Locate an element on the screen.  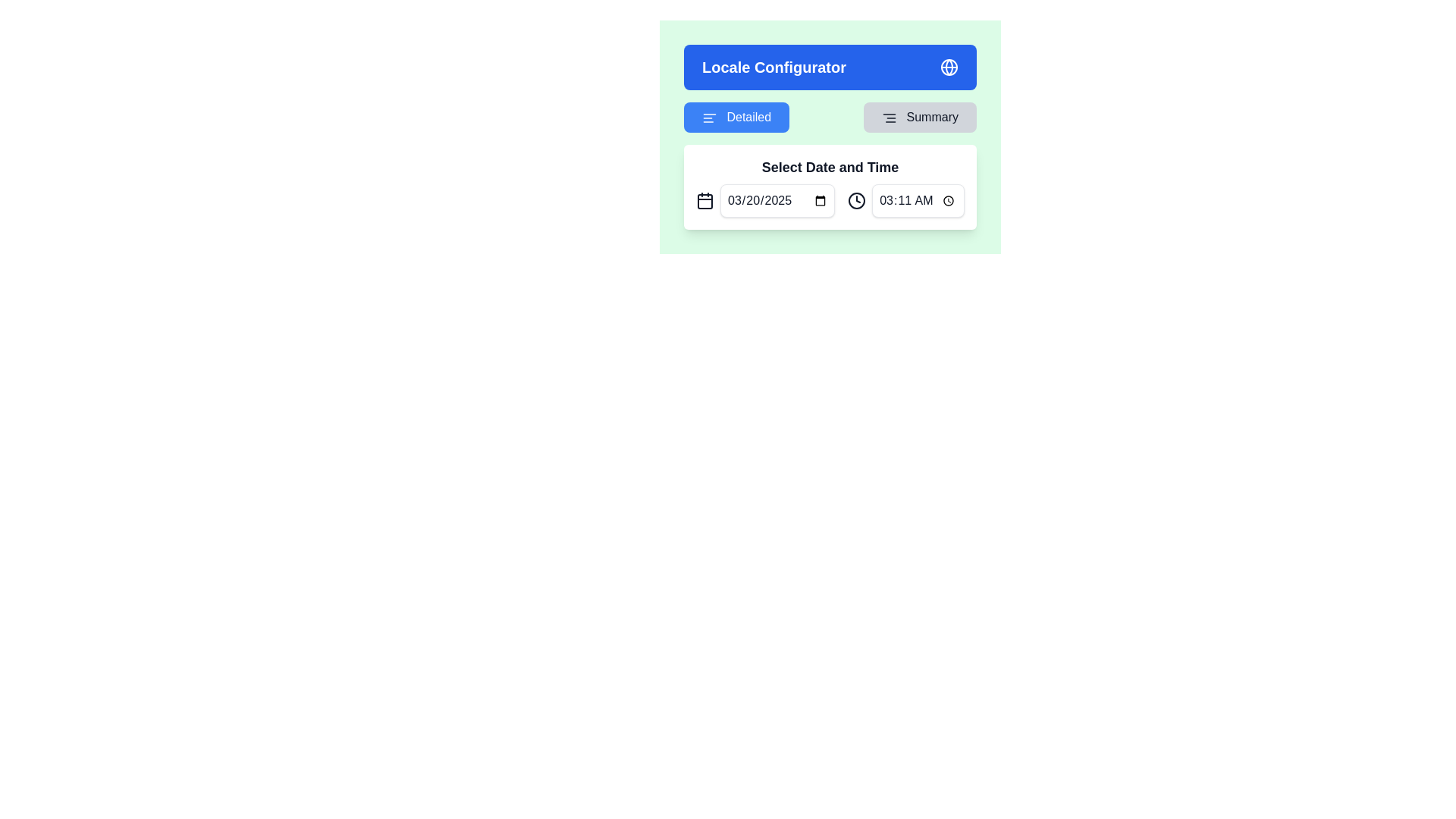
the Date Picker Component located in the 'Select Date and Time' section is located at coordinates (765, 200).